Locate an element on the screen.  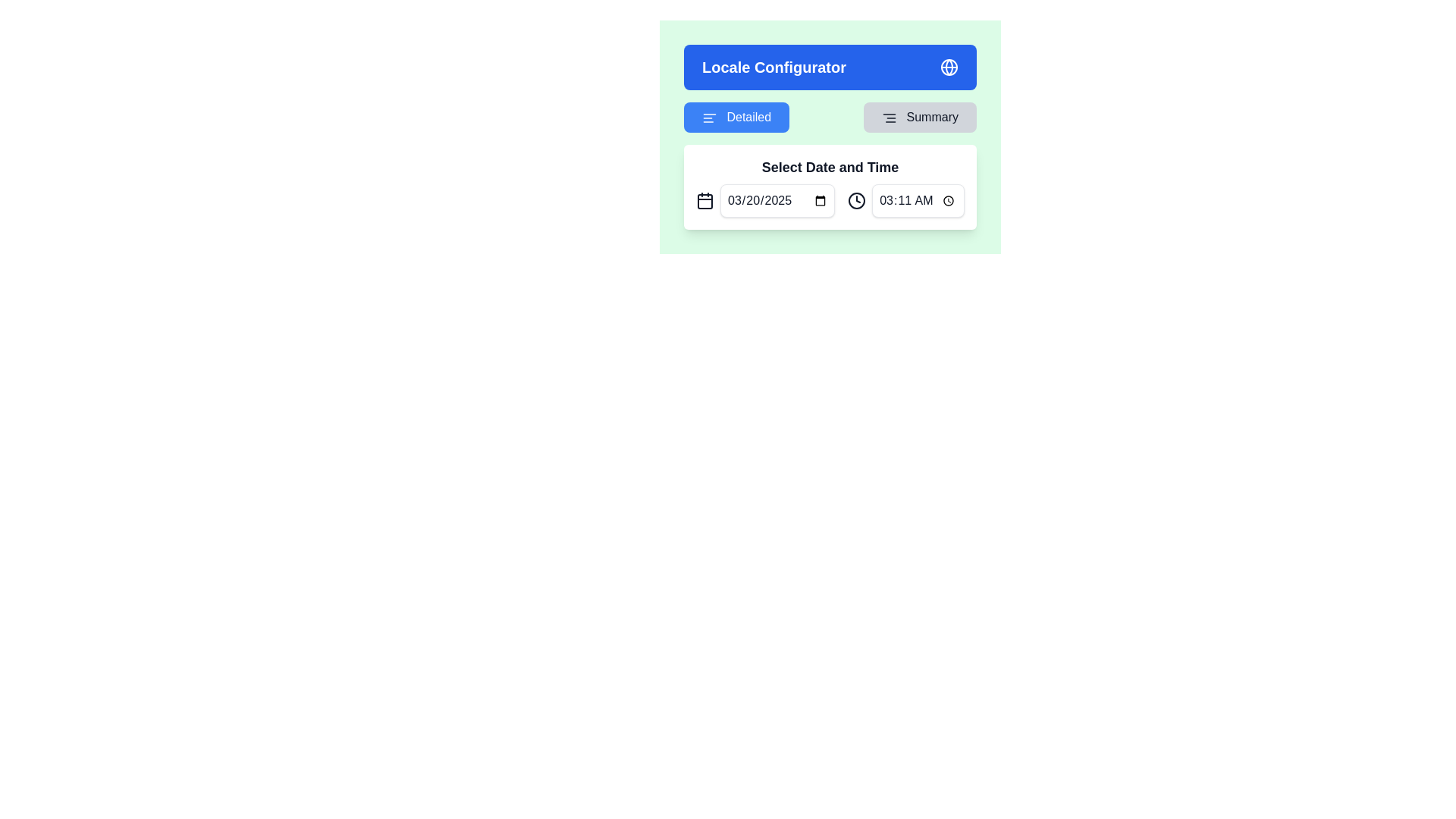
the Date Picker Component located in the 'Select Date and Time' section is located at coordinates (765, 200).